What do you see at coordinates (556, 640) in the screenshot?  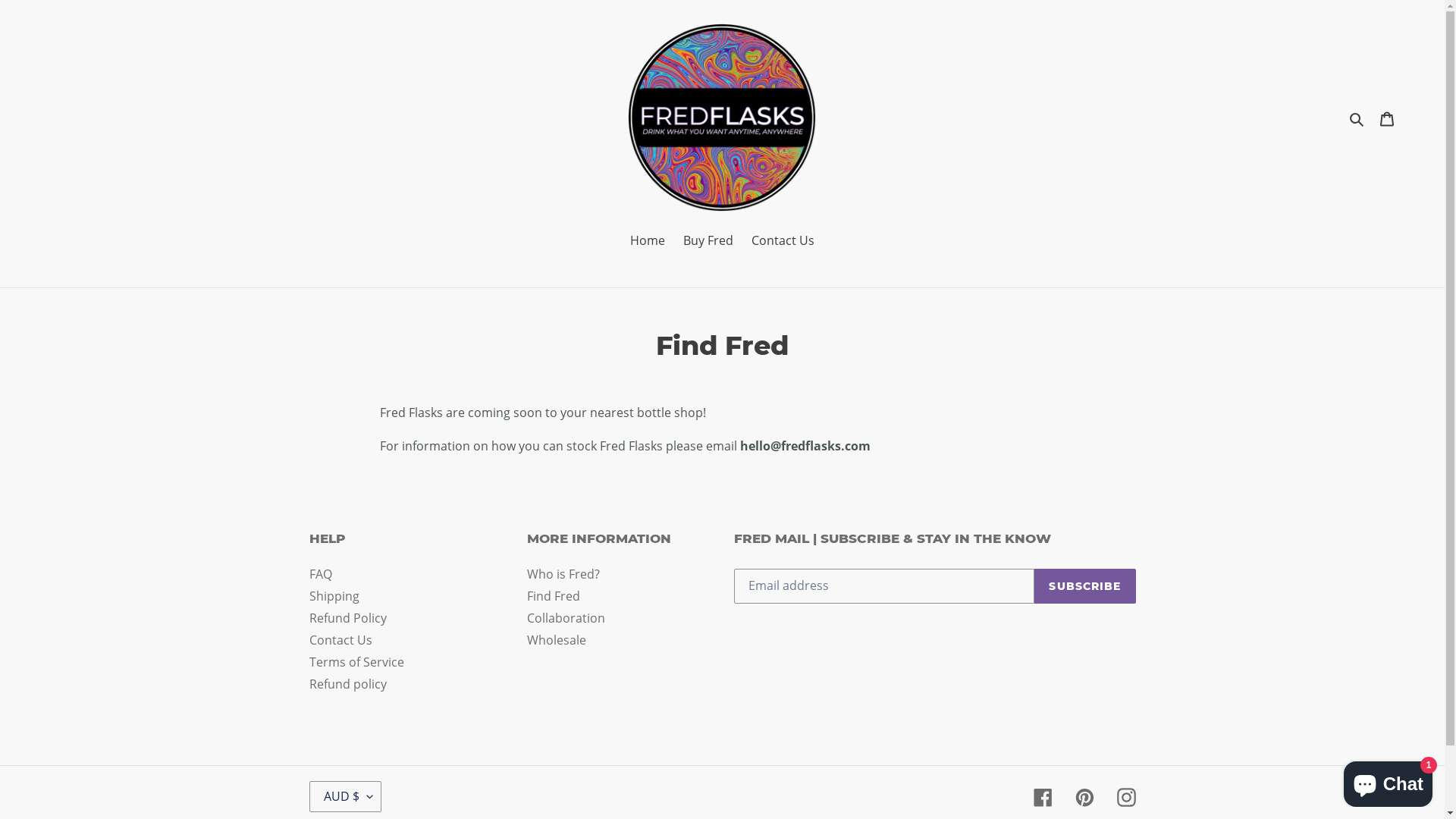 I see `'Wholesale'` at bounding box center [556, 640].